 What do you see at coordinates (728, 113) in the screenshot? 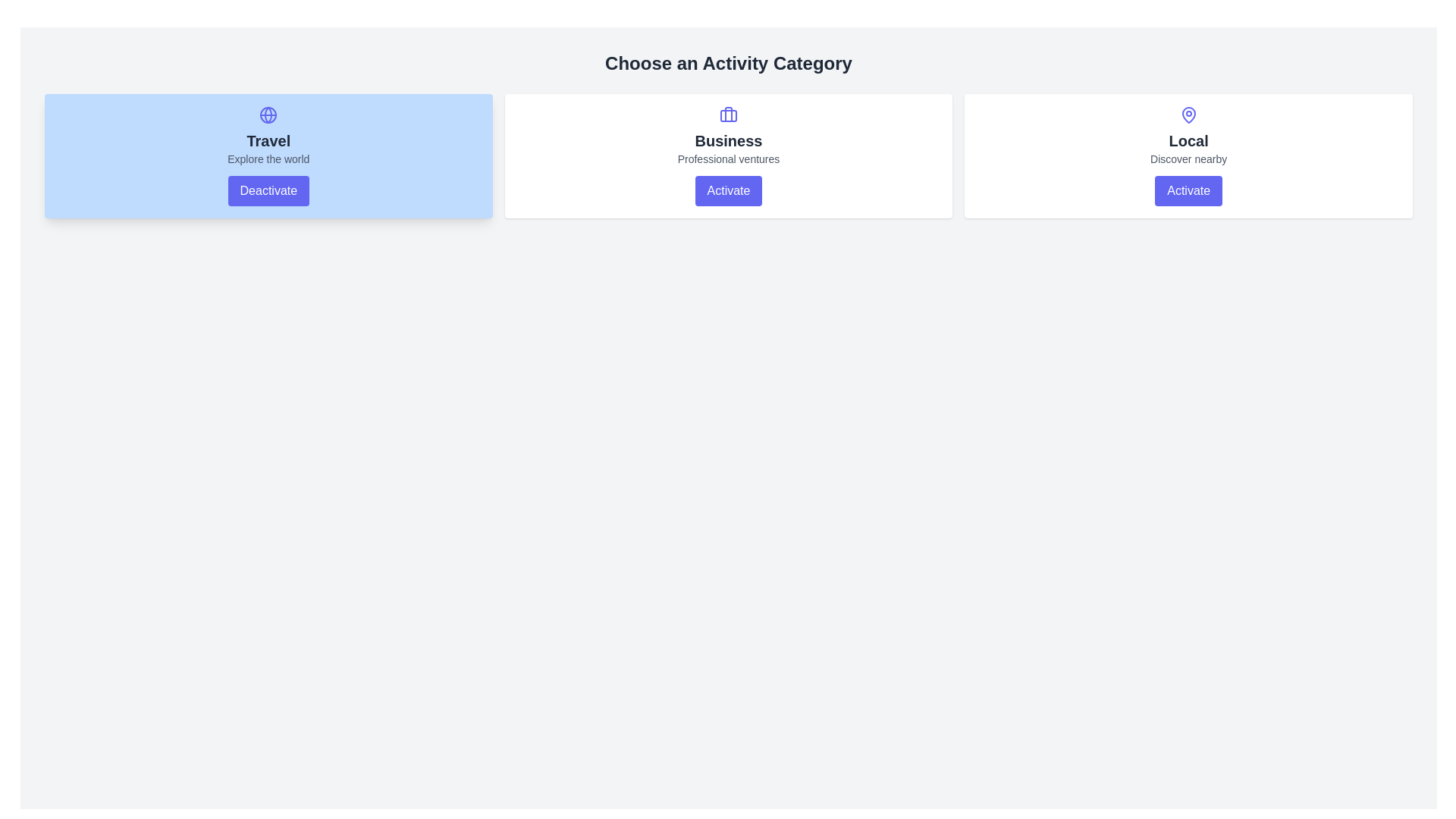
I see `the decorative briefcase icon above the 'Business' category text, which is located on the second card from the left in the 'Choose an Activity Category' section` at bounding box center [728, 113].